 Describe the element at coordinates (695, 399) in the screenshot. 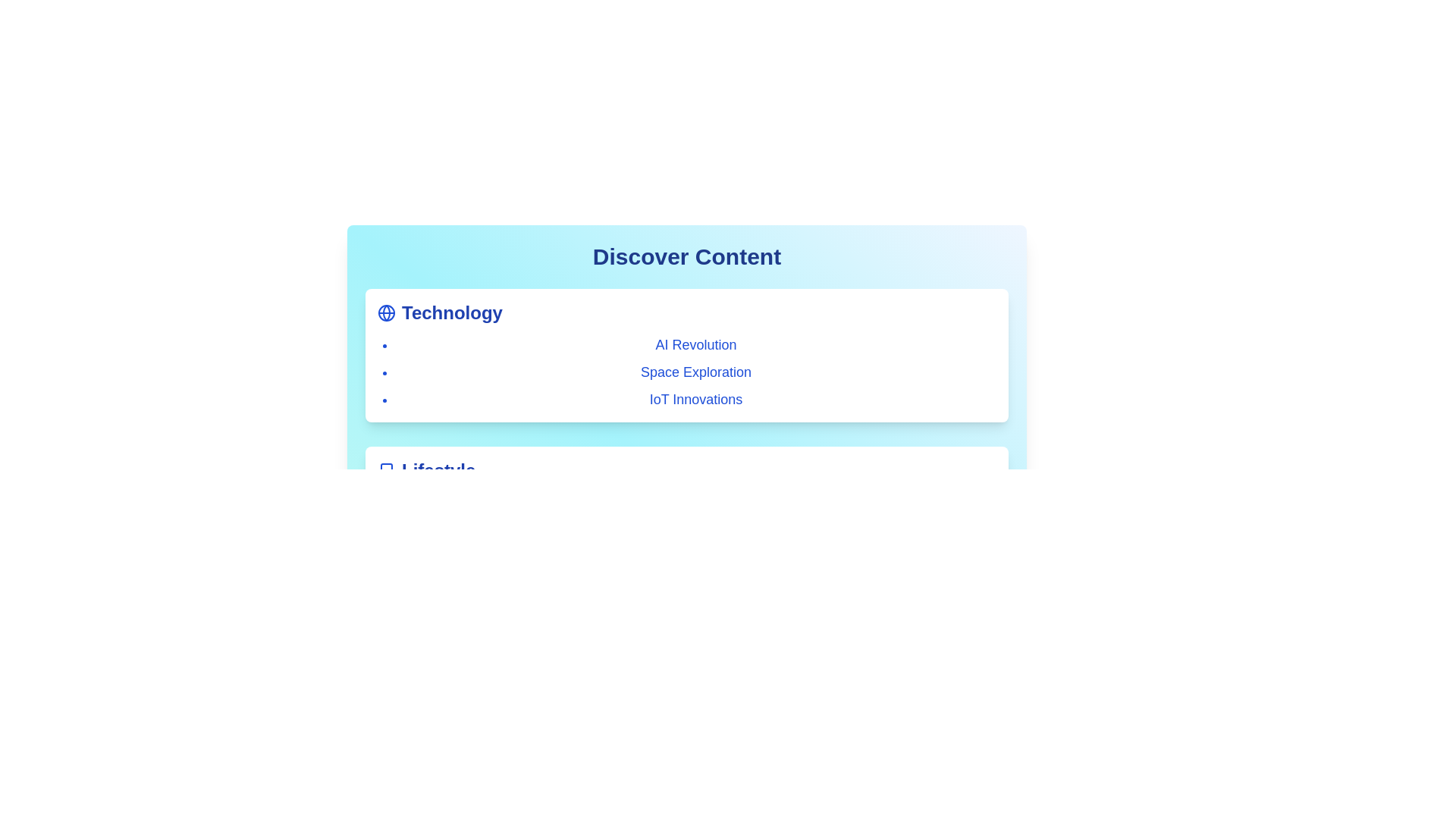

I see `the category or item IoT Innovations to view its hover effect` at that location.